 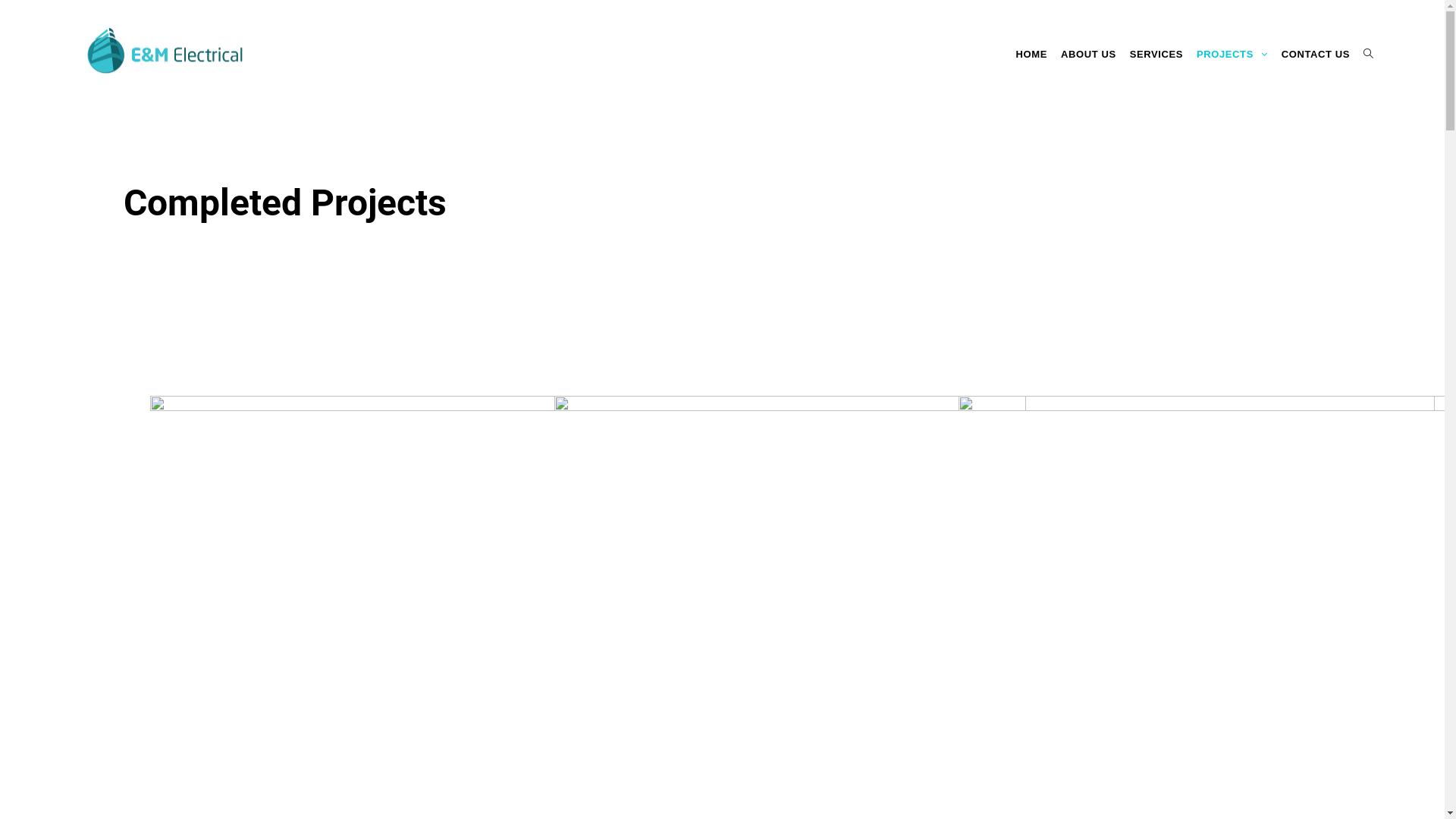 What do you see at coordinates (1031, 54) in the screenshot?
I see `'HOME'` at bounding box center [1031, 54].